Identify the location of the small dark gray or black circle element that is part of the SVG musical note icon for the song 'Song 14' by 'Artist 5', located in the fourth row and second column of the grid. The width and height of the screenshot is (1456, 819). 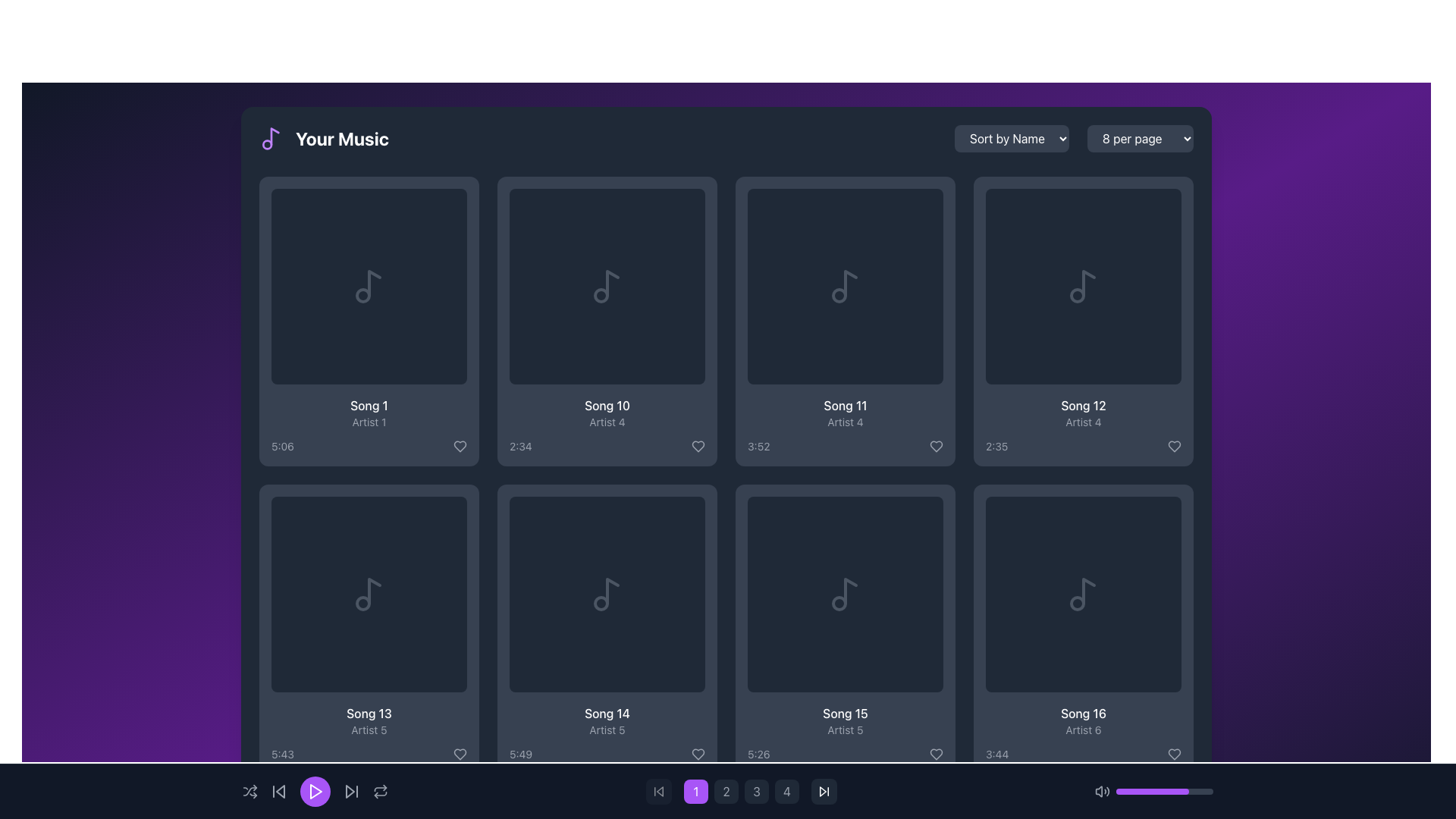
(600, 602).